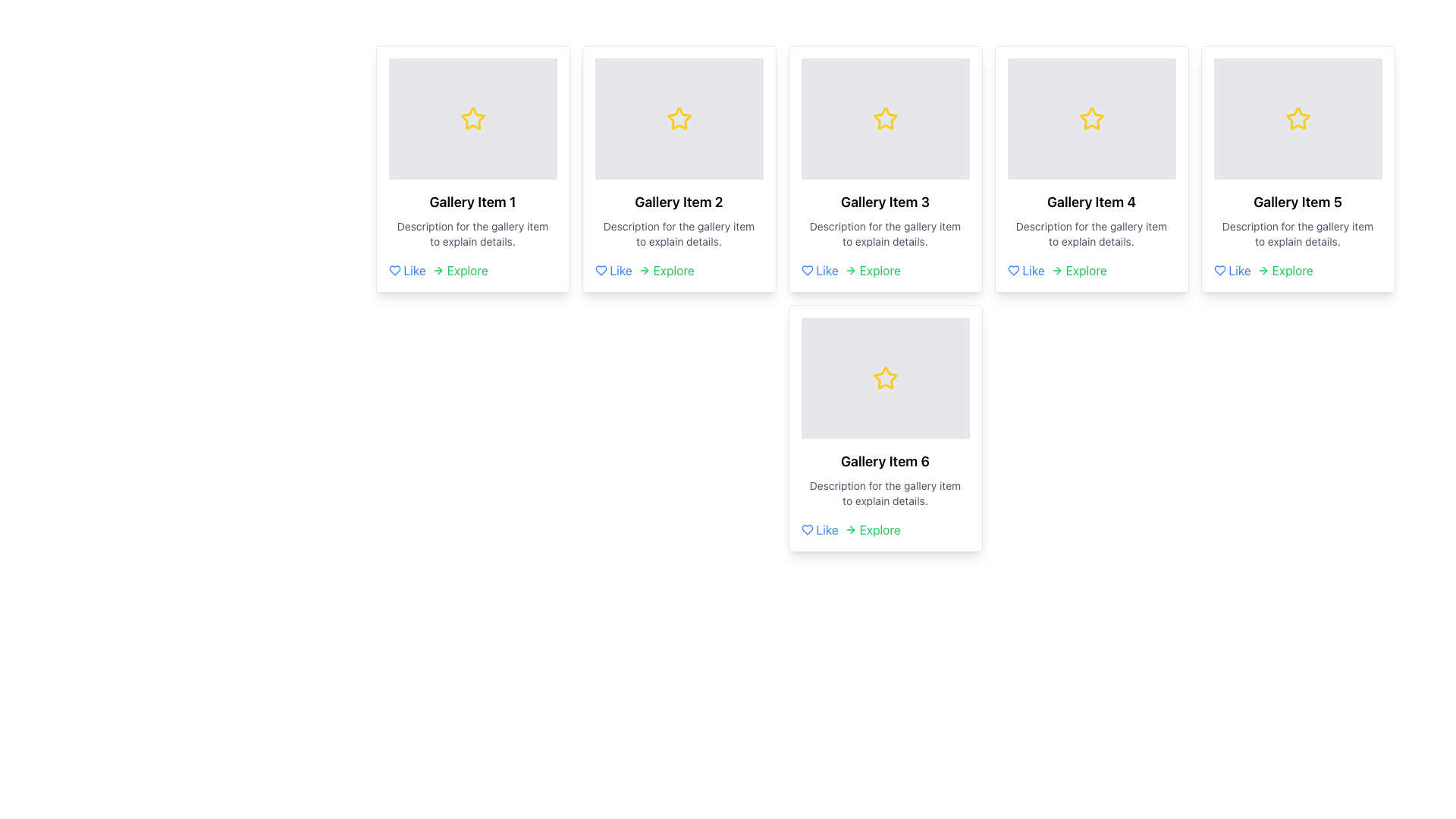 The width and height of the screenshot is (1456, 819). What do you see at coordinates (885, 270) in the screenshot?
I see `the 'Explore' link in the Interactive link group located at the bottom of the 'Gallery Item 3' card` at bounding box center [885, 270].